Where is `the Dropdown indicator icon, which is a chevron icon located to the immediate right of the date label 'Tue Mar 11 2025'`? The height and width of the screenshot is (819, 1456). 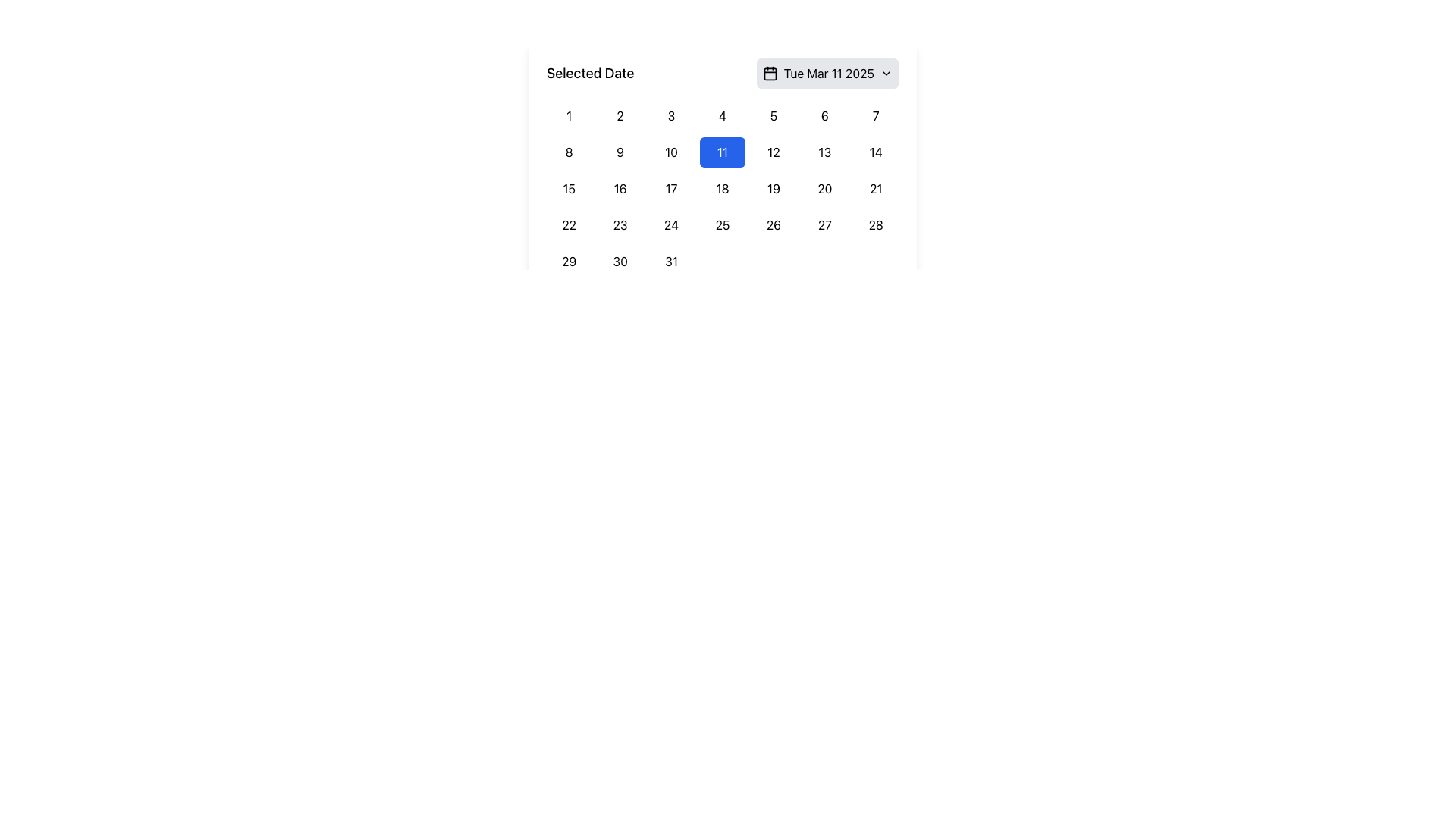
the Dropdown indicator icon, which is a chevron icon located to the immediate right of the date label 'Tue Mar 11 2025' is located at coordinates (886, 73).